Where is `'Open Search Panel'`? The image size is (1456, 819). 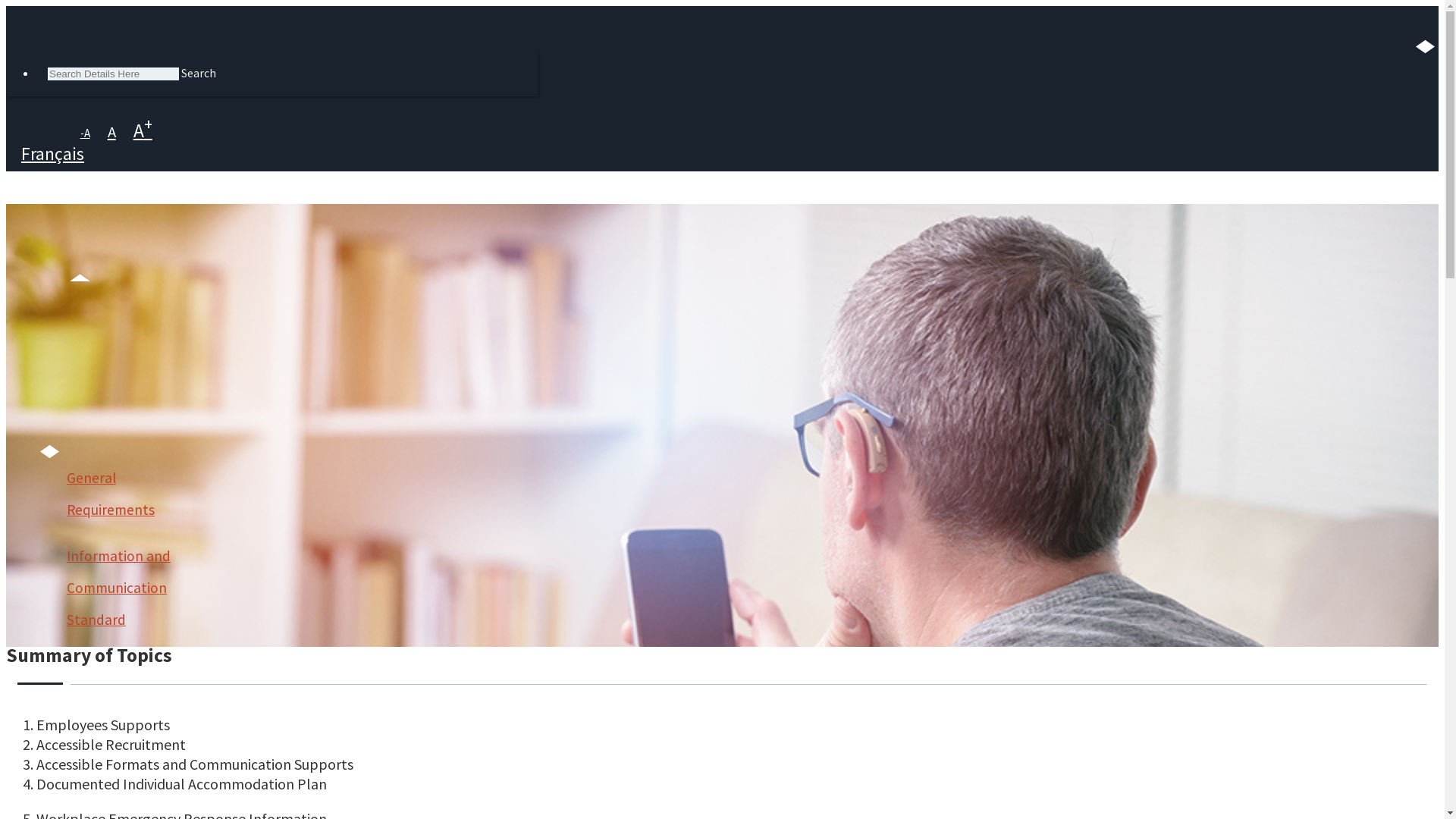 'Open Search Panel' is located at coordinates (14, 20).